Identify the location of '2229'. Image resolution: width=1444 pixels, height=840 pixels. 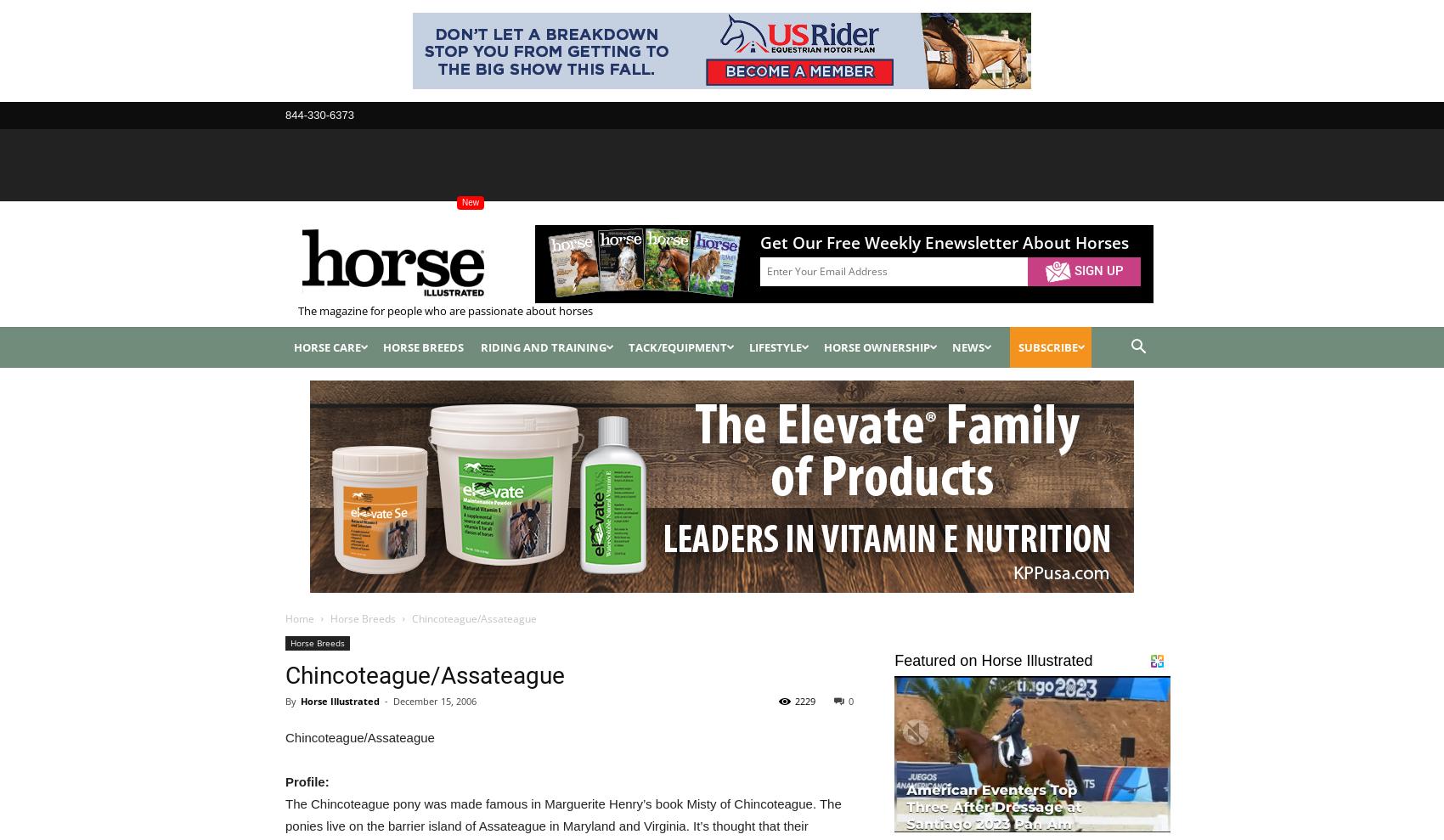
(804, 699).